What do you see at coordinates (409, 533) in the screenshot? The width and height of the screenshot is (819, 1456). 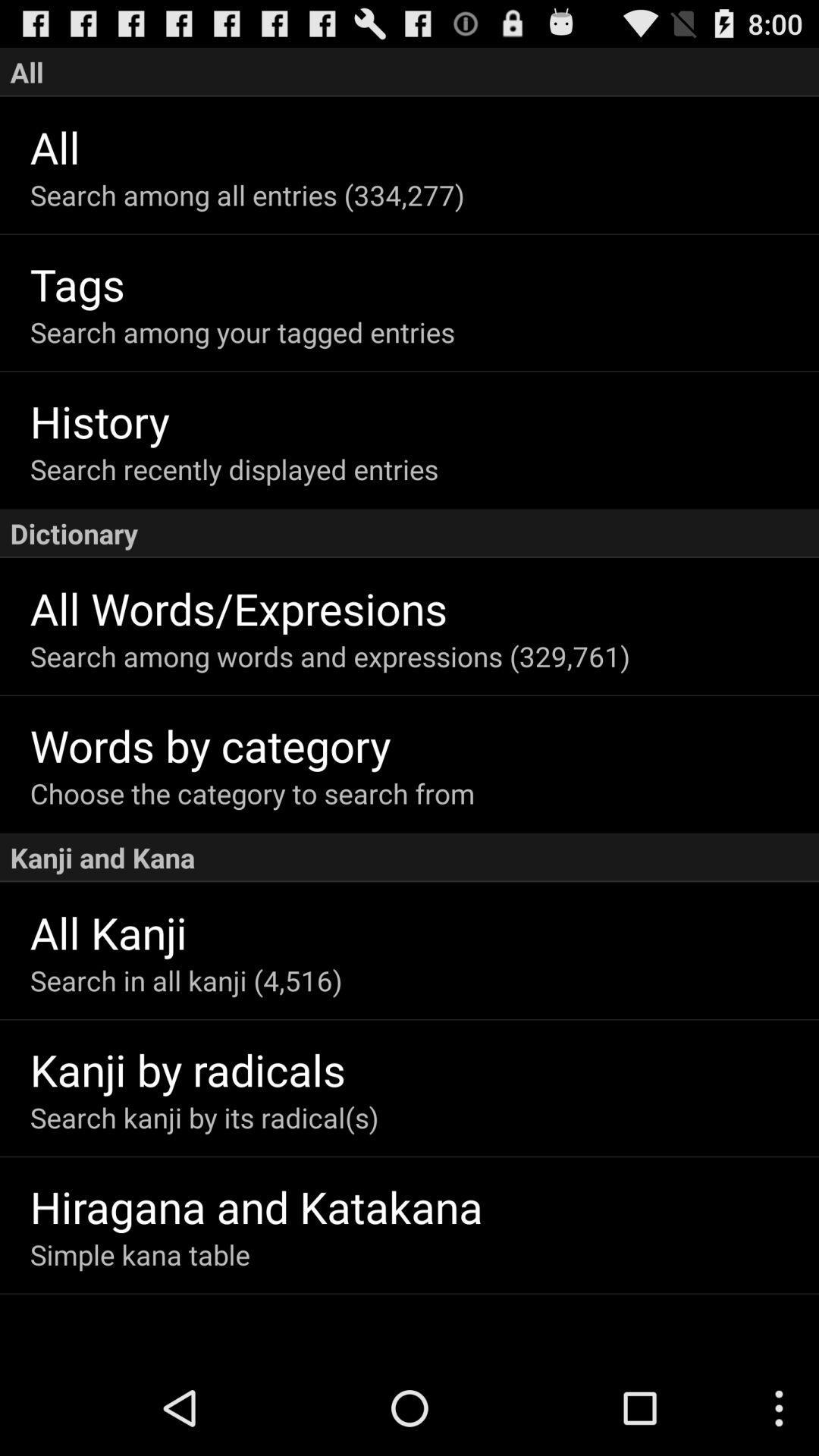 I see `the item below search recently displayed app` at bounding box center [409, 533].